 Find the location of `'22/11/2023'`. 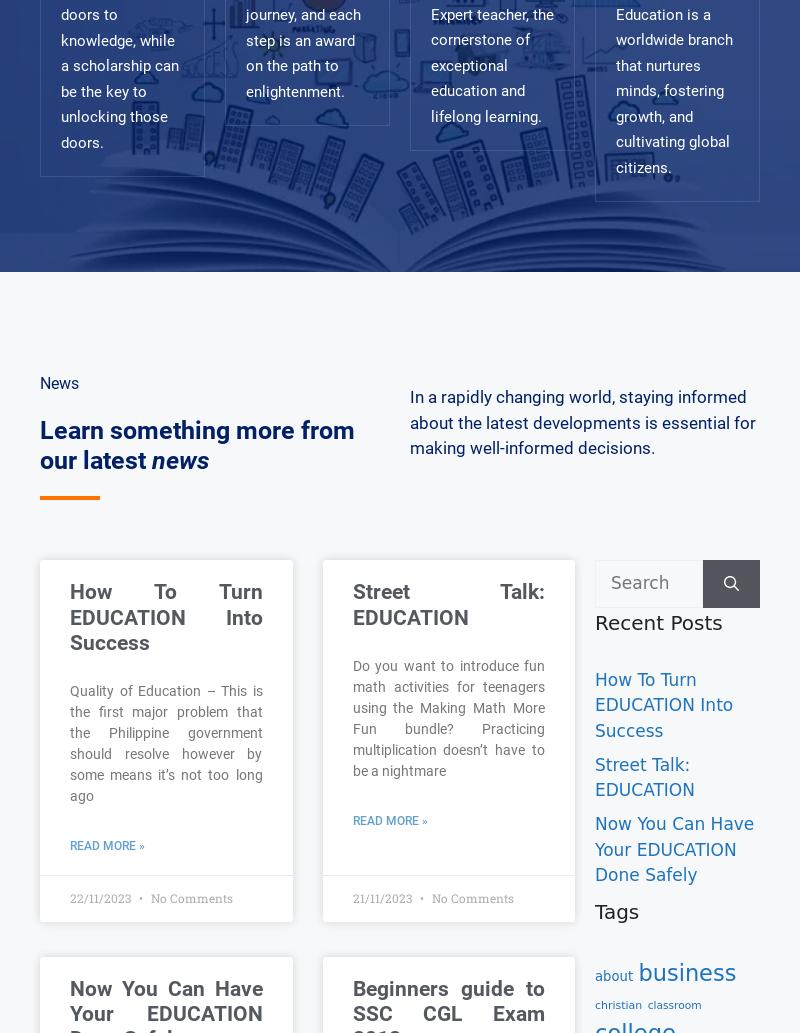

'22/11/2023' is located at coordinates (101, 896).